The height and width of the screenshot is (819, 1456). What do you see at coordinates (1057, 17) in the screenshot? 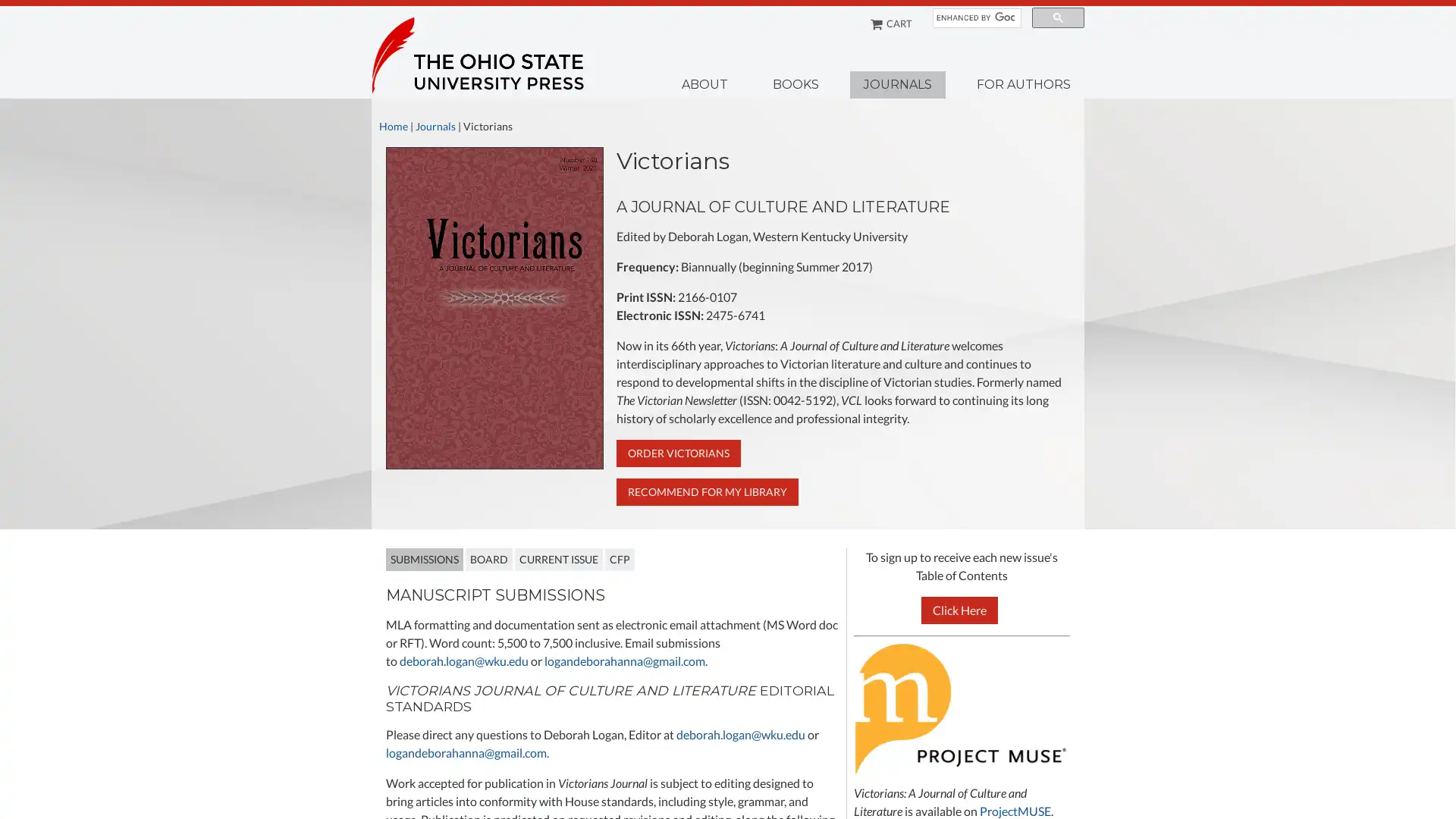
I see `search` at bounding box center [1057, 17].